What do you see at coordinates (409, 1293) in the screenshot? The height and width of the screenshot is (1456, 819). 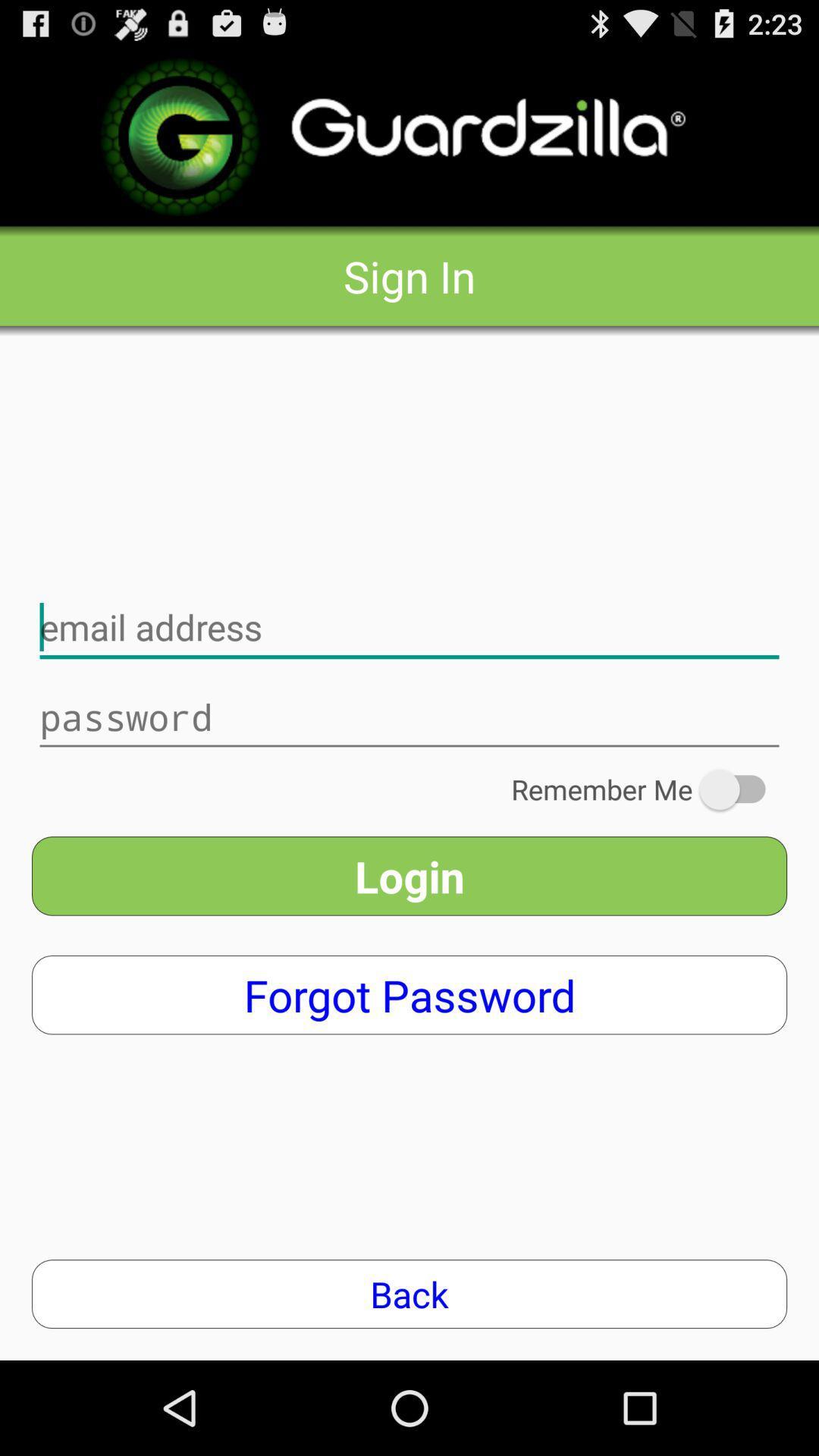 I see `the back app` at bounding box center [409, 1293].